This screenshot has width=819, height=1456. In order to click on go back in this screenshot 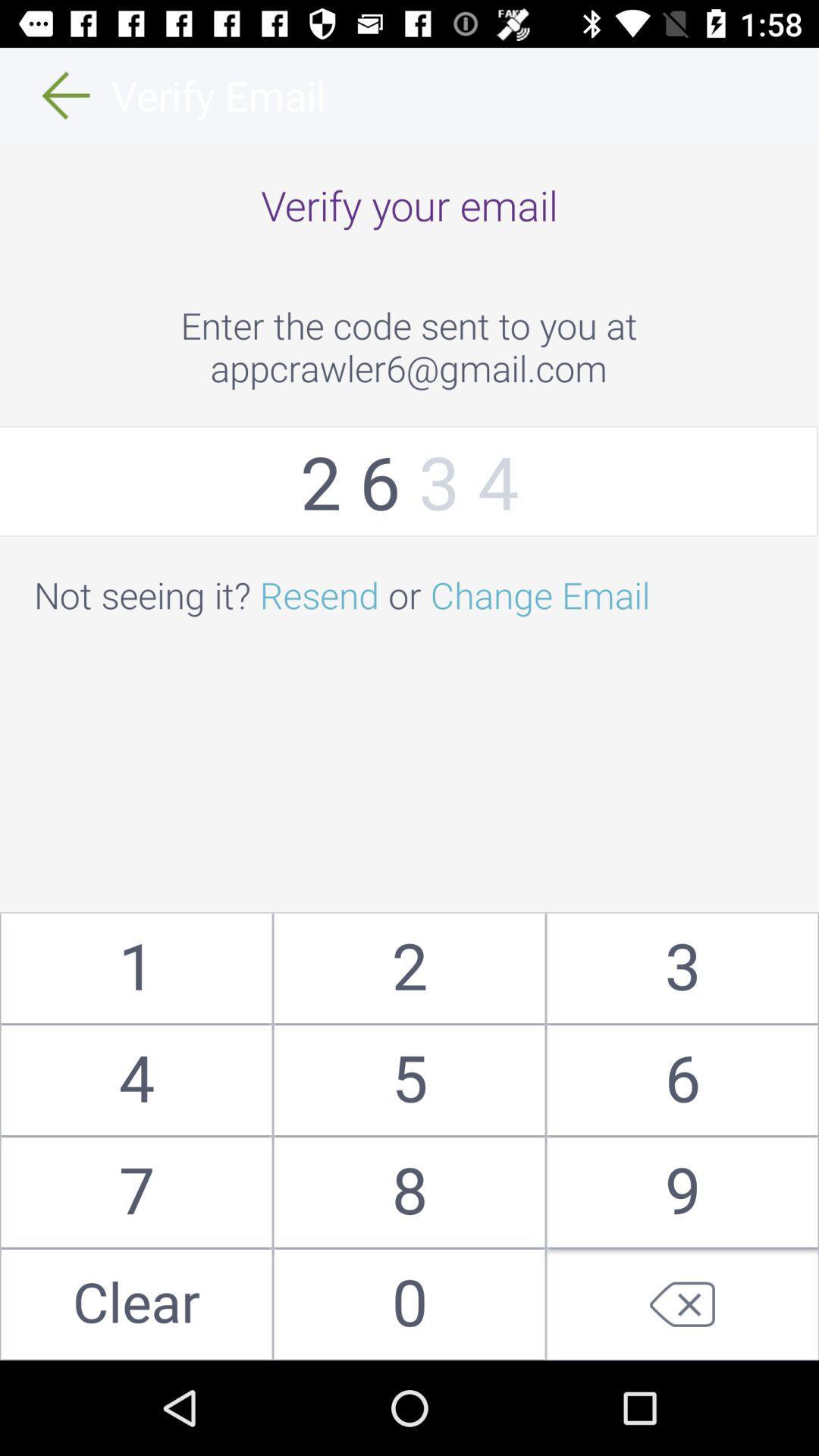, I will do `click(681, 1304)`.